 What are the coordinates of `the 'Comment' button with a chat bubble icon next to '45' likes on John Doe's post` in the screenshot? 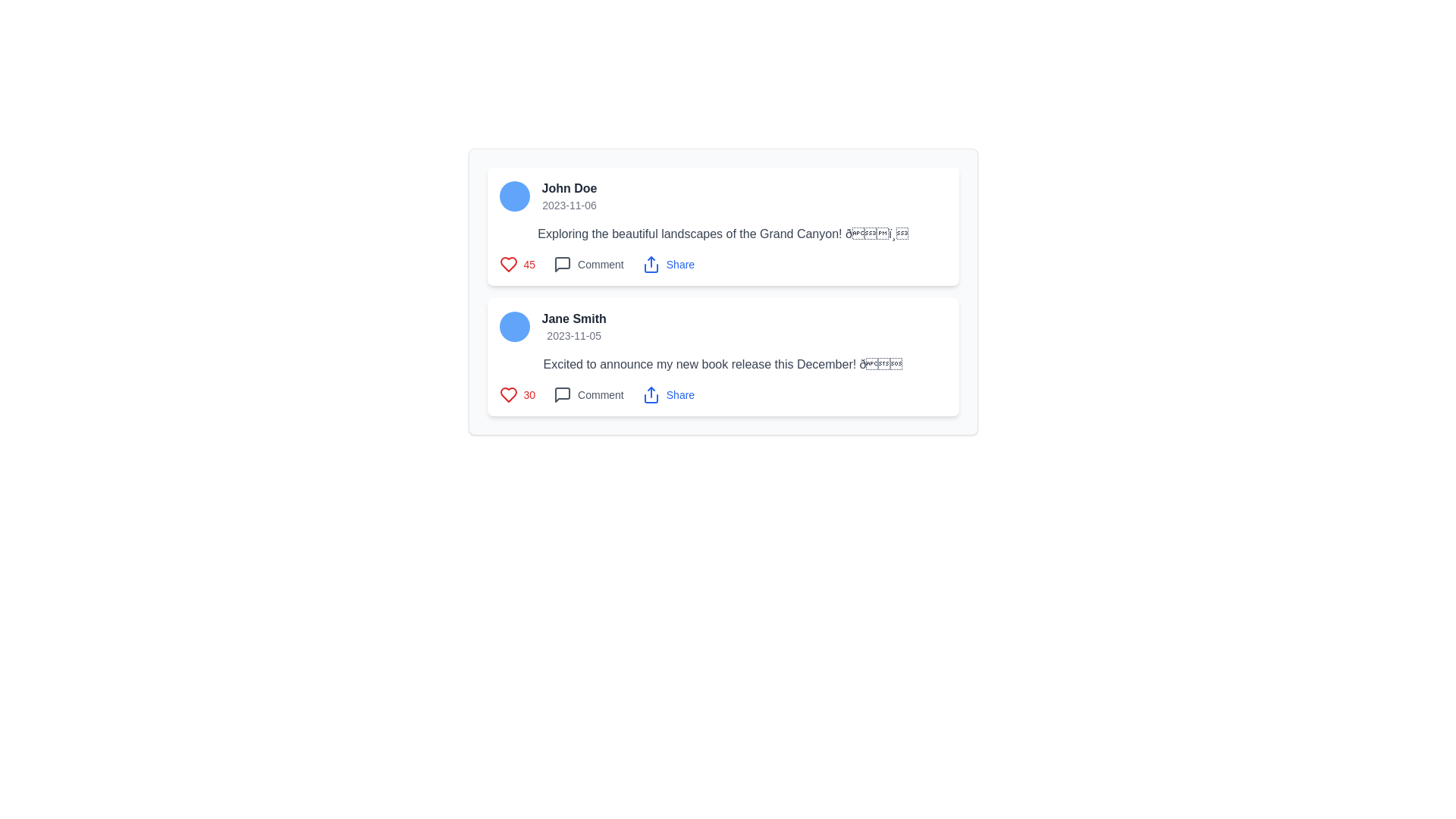 It's located at (588, 263).